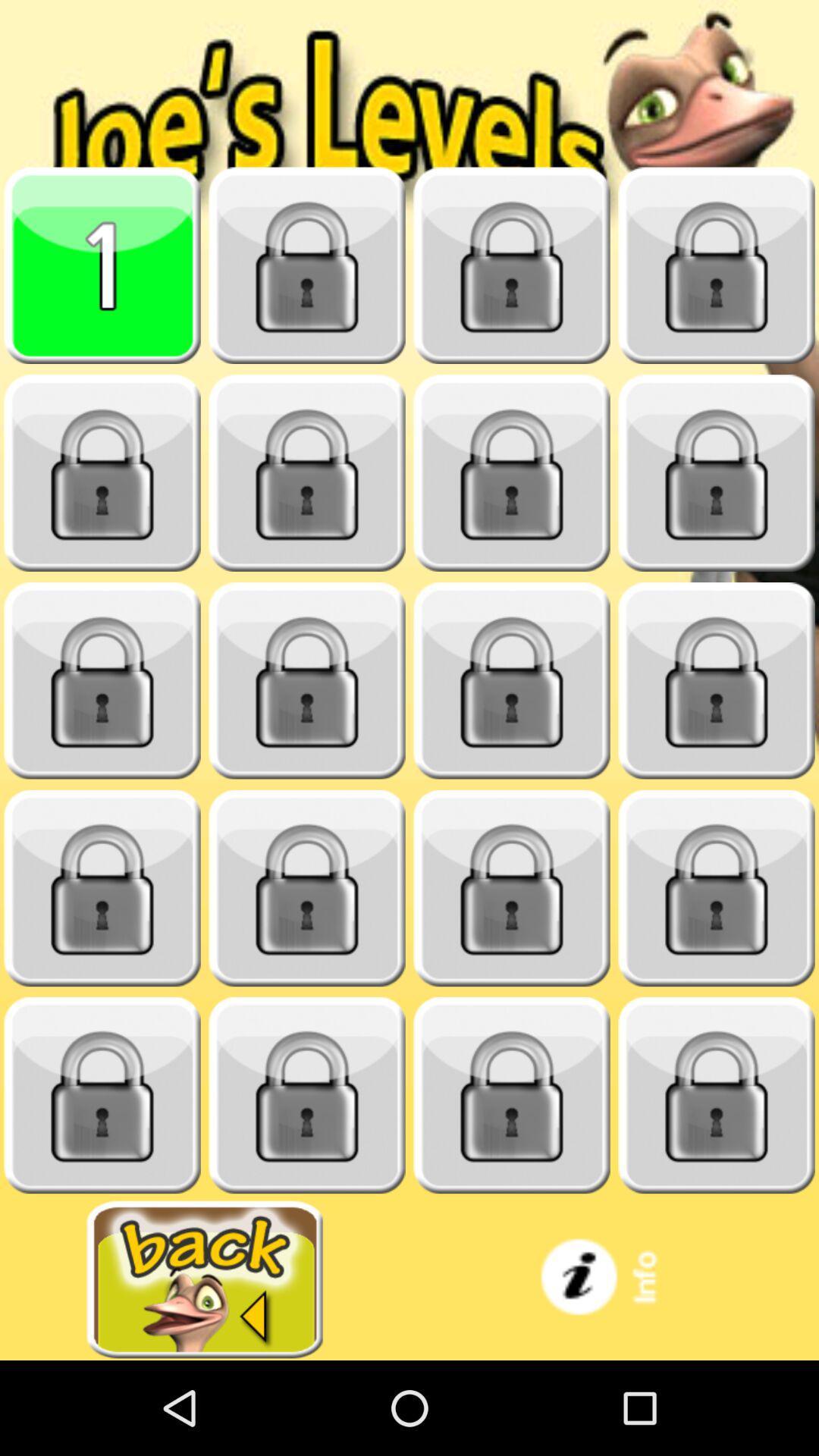 The width and height of the screenshot is (819, 1456). Describe the element at coordinates (512, 888) in the screenshot. I see `lock button` at that location.